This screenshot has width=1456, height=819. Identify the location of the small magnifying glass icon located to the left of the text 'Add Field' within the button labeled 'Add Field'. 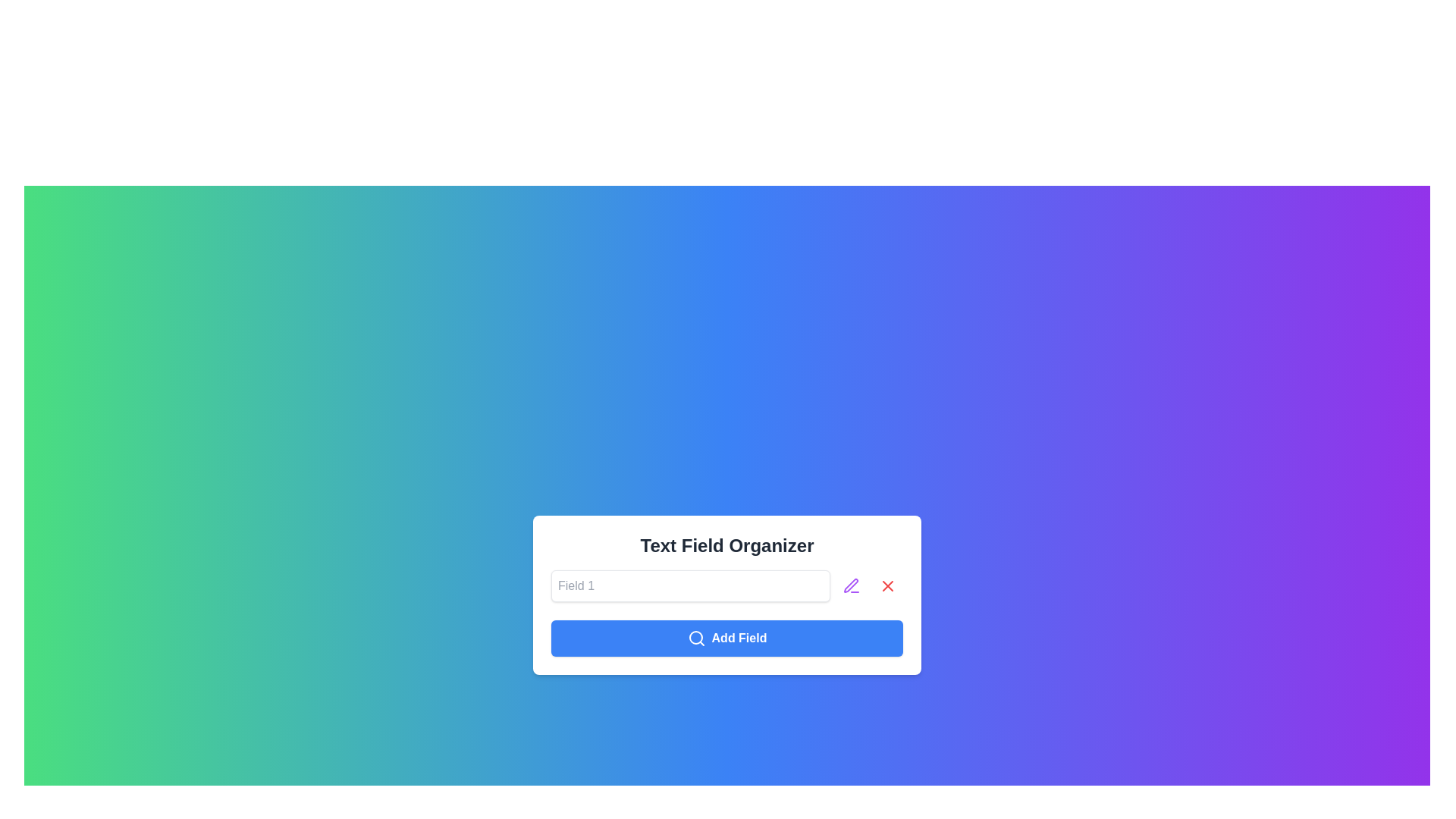
(695, 638).